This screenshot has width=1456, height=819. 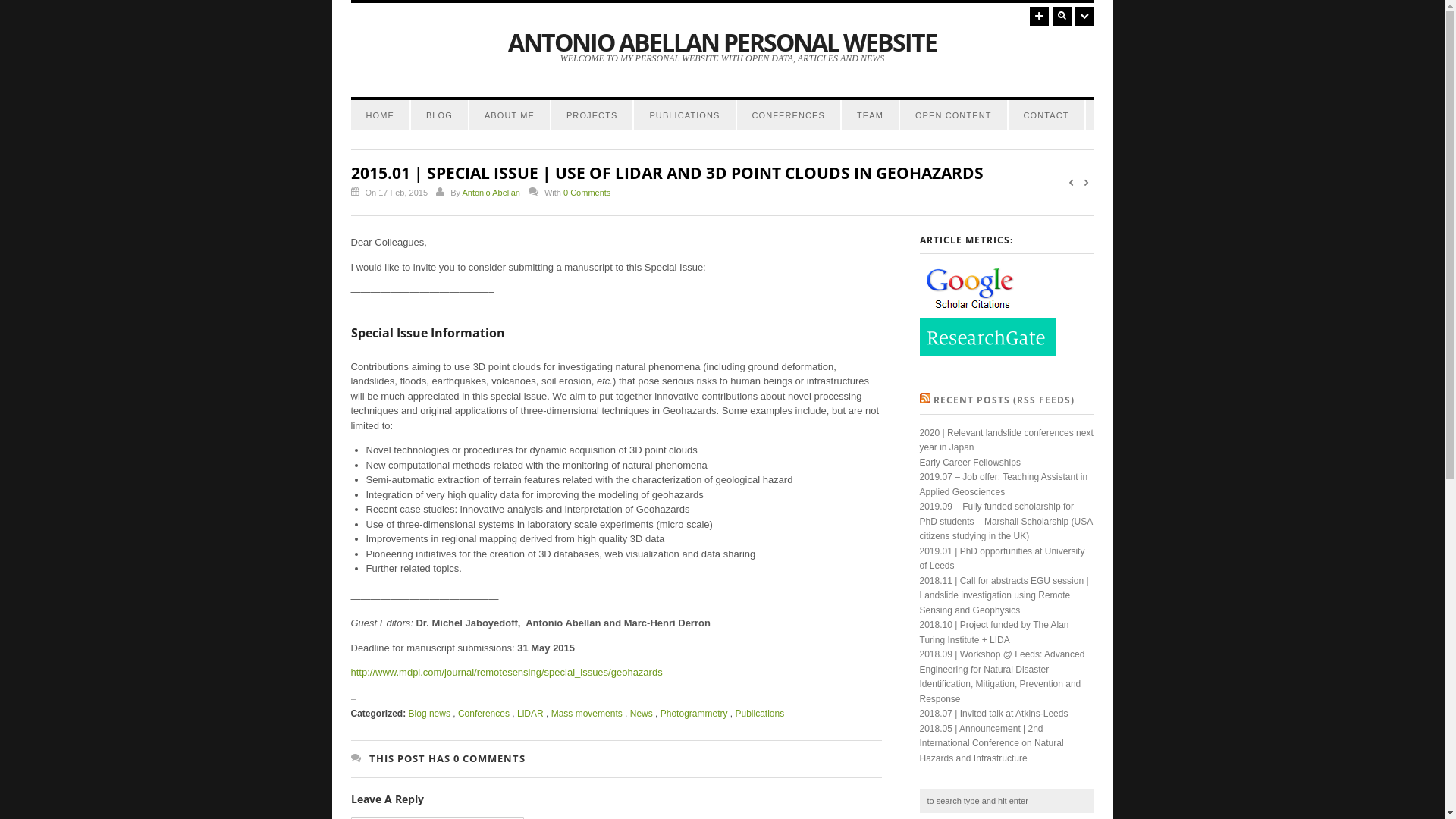 What do you see at coordinates (993, 632) in the screenshot?
I see `'2018.10 | Project funded by The Alan Turing Institute + LIDA'` at bounding box center [993, 632].